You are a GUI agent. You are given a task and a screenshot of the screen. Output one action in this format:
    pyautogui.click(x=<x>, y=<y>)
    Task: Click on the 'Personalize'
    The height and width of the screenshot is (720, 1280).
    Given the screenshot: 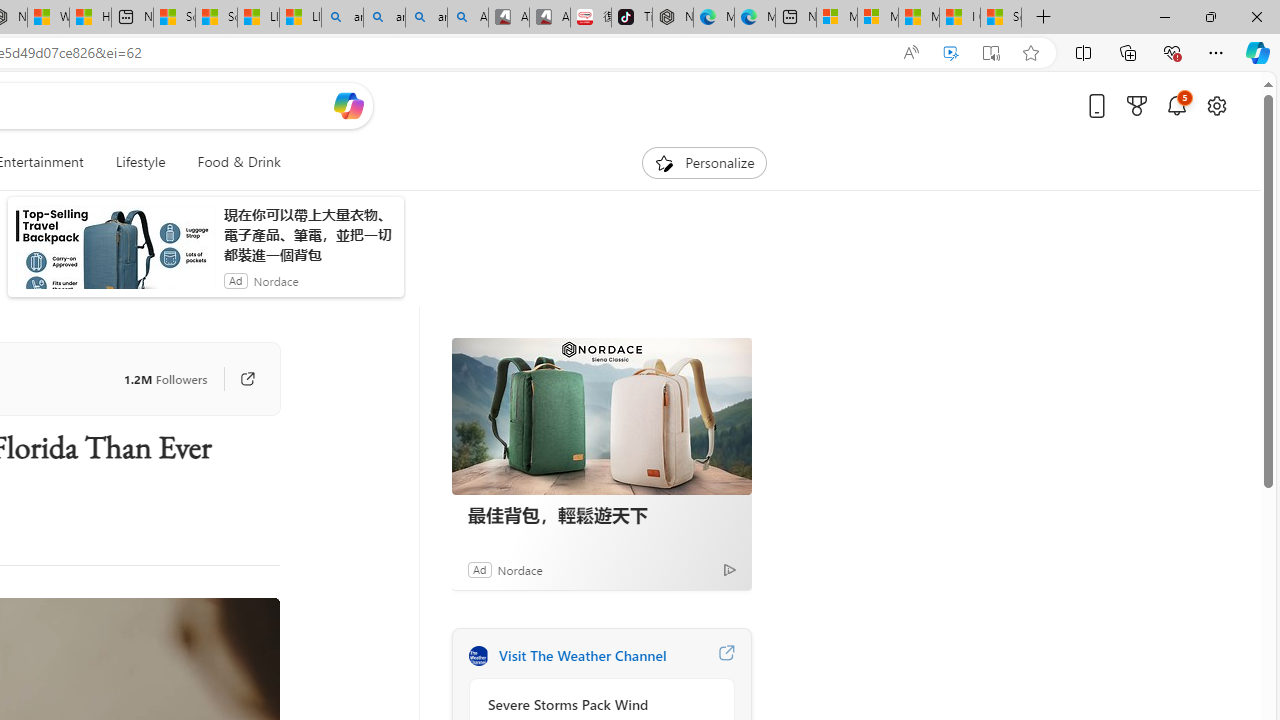 What is the action you would take?
    pyautogui.click(x=704, y=162)
    